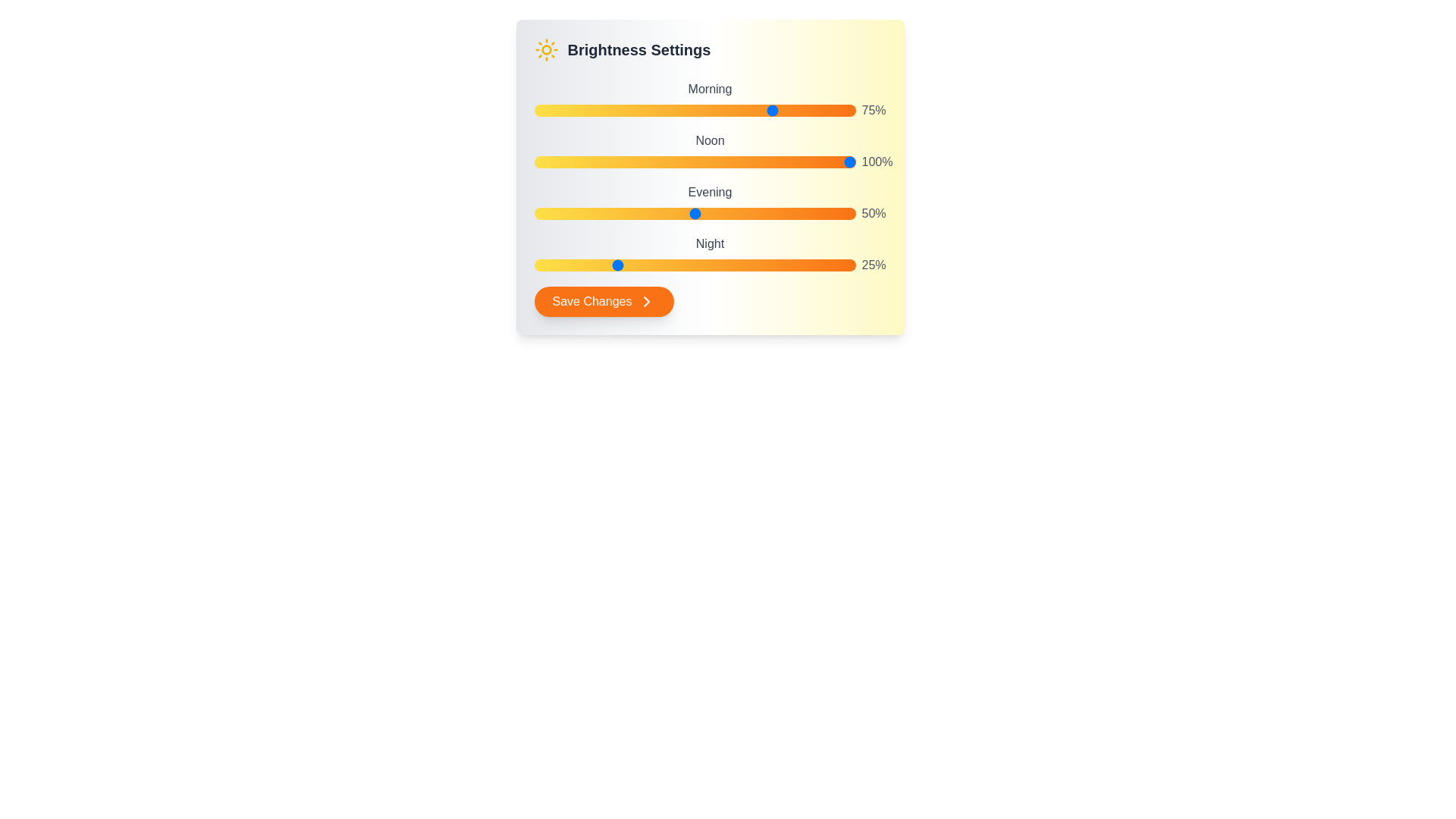 This screenshot has height=819, width=1456. Describe the element at coordinates (603, 301) in the screenshot. I see `the 'Save Changes' button` at that location.